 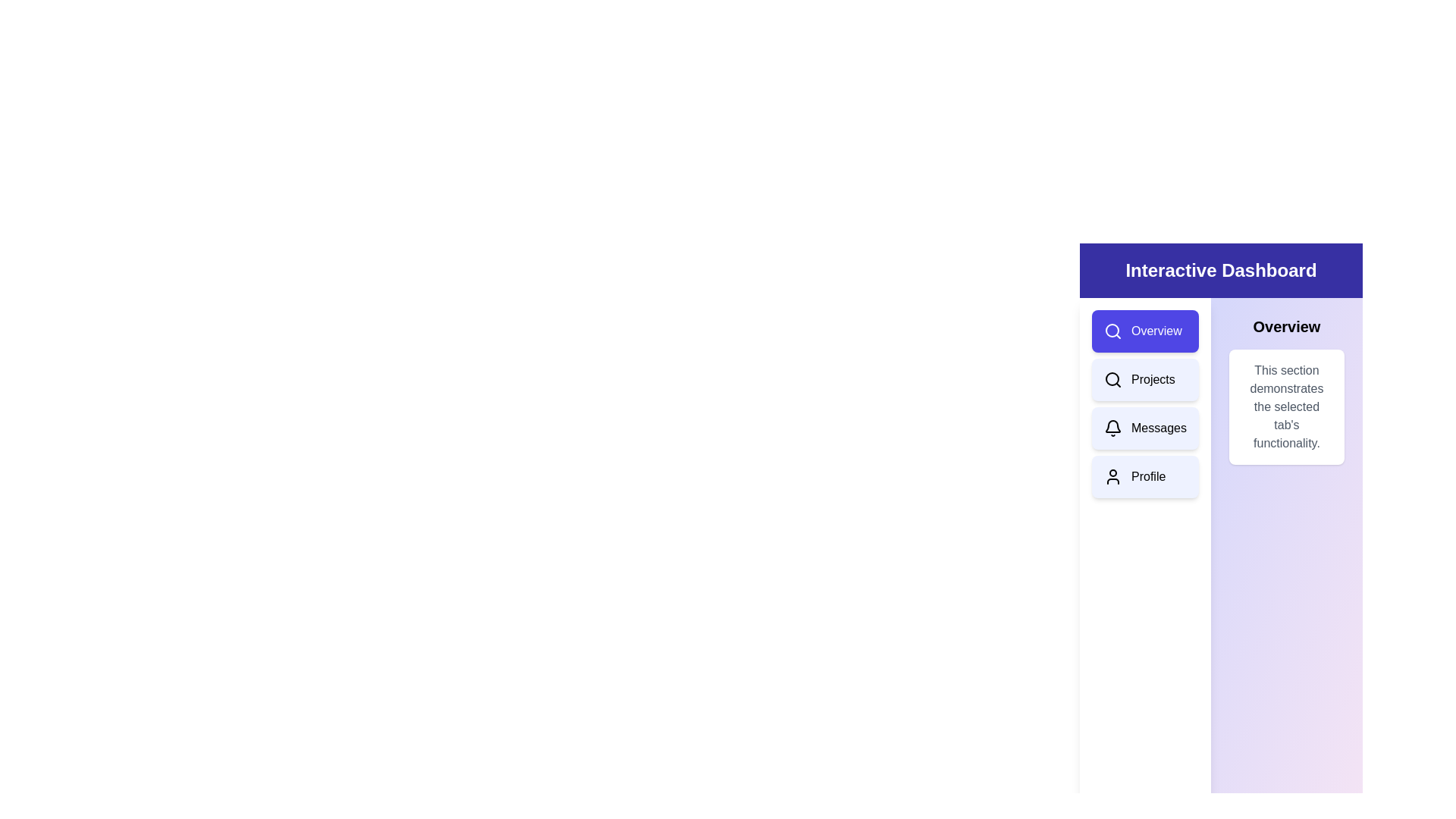 I want to click on the 'Overview' button with rounded corners and a purple background, so click(x=1145, y=330).